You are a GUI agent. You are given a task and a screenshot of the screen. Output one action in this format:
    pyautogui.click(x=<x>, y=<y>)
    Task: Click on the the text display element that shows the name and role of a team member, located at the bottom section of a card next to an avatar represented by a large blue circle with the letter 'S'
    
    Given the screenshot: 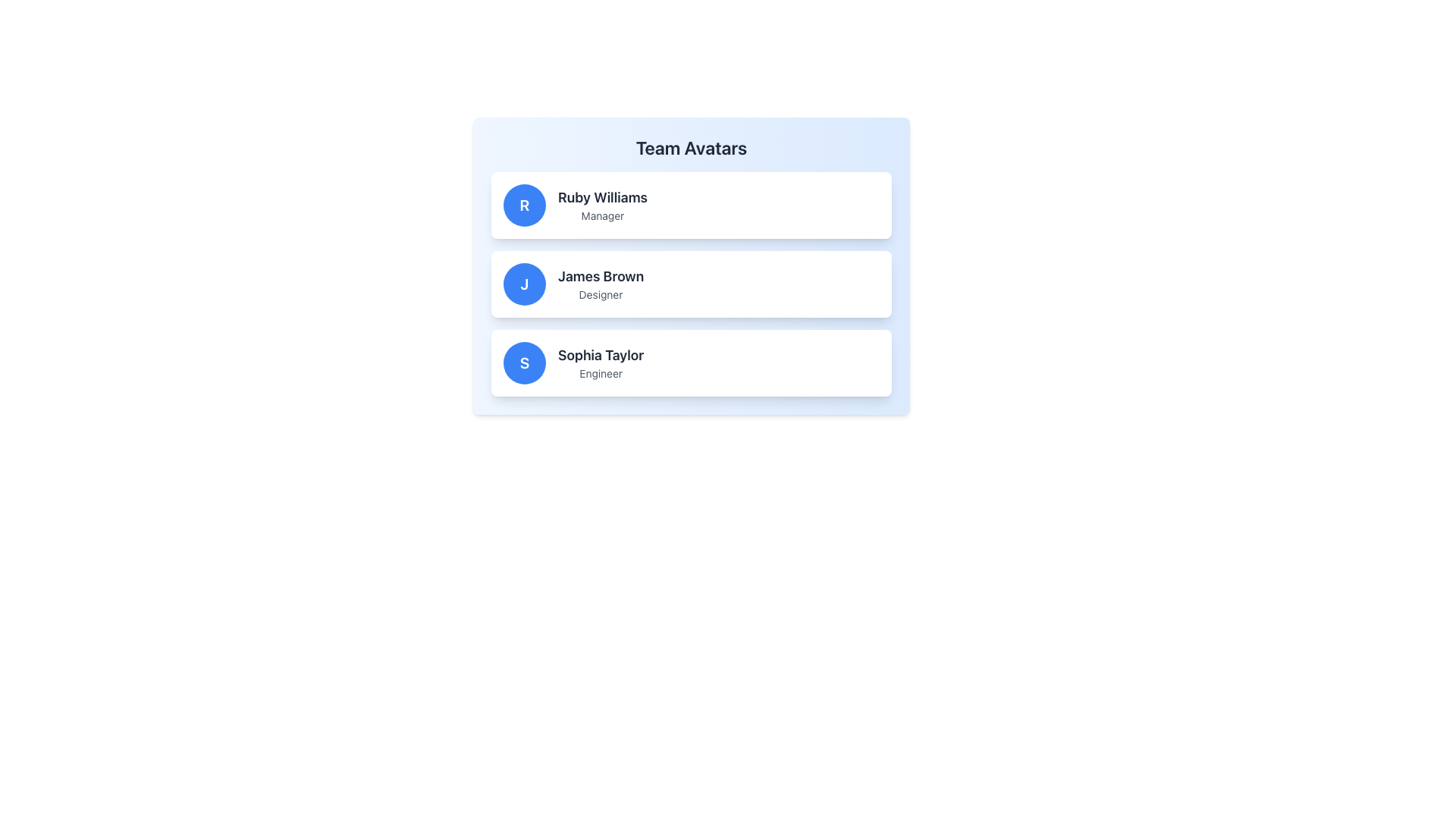 What is the action you would take?
    pyautogui.click(x=600, y=362)
    